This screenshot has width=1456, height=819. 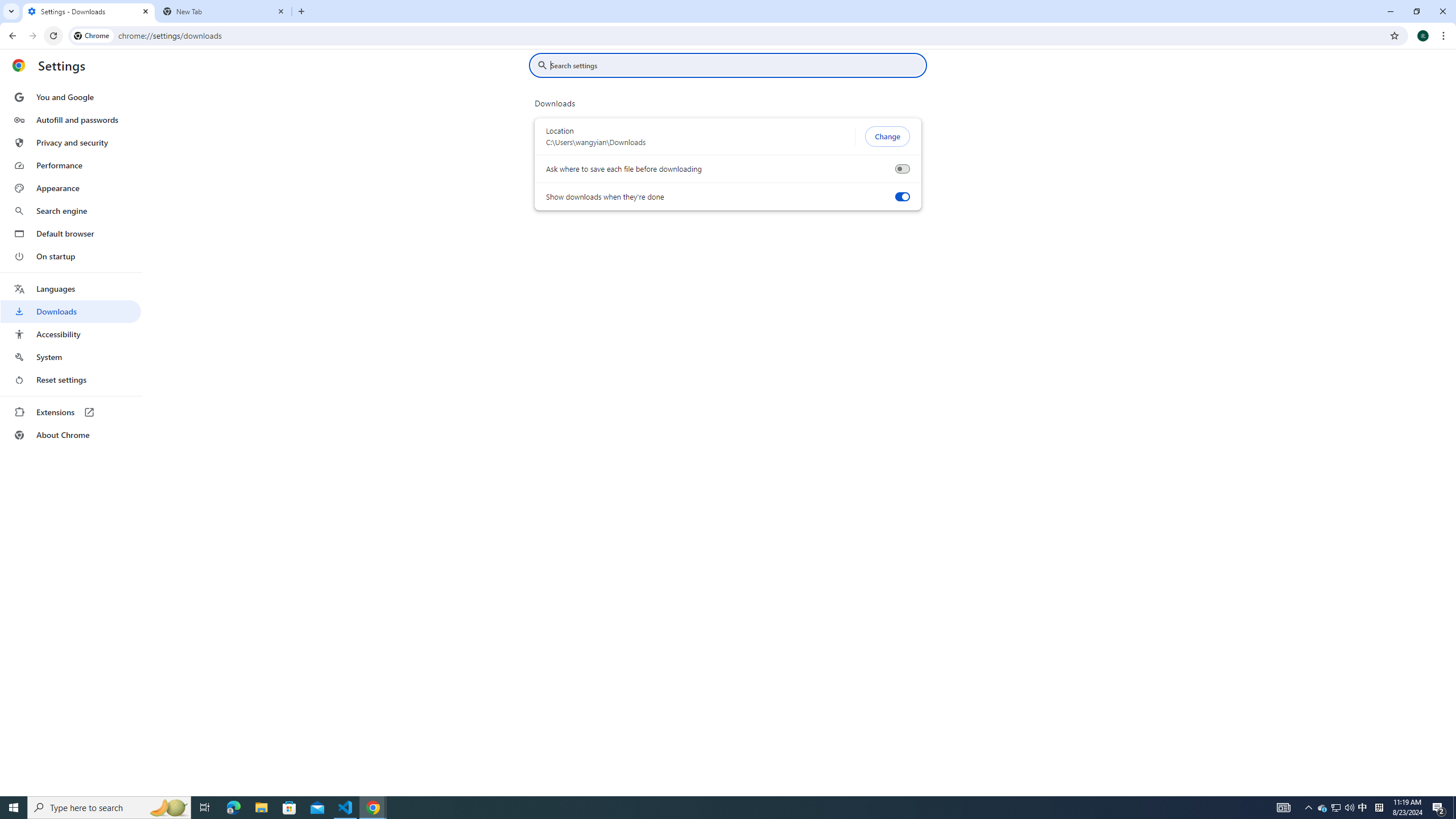 I want to click on 'Search engine', so click(x=70, y=211).